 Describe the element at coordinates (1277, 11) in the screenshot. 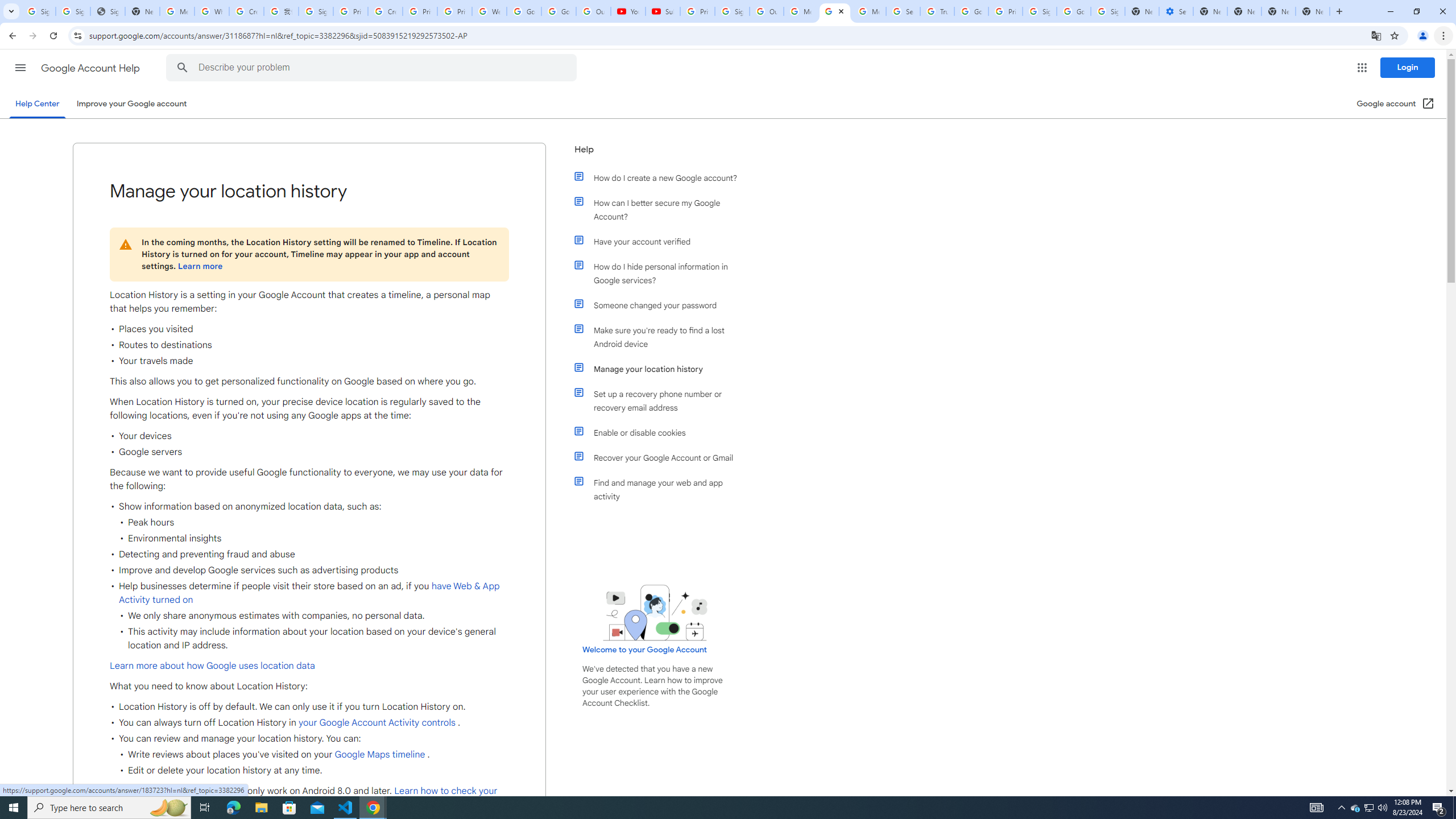

I see `'New Tab'` at that location.